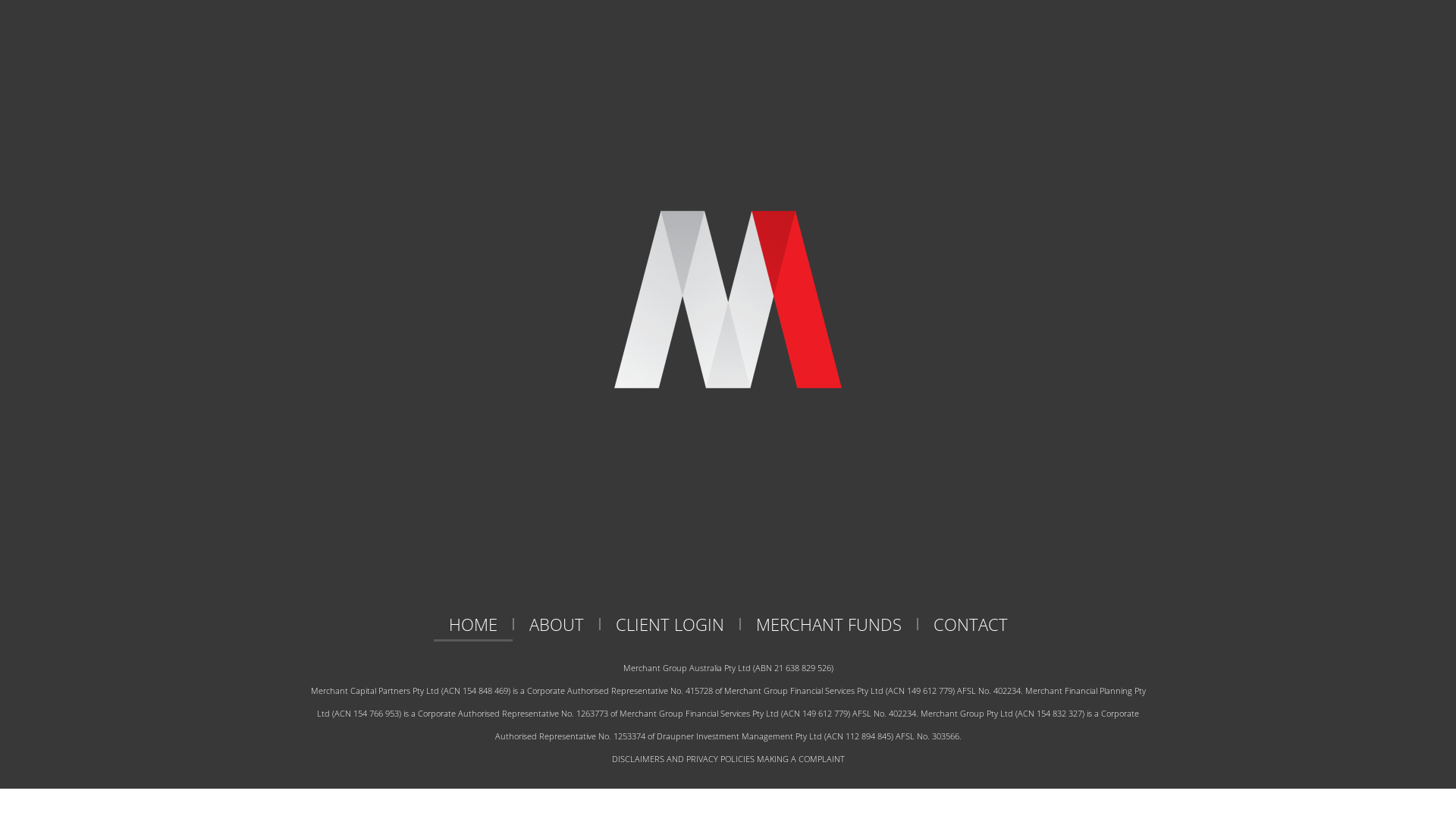 This screenshot has width=1456, height=819. What do you see at coordinates (827, 623) in the screenshot?
I see `'MERCHANT FUNDS'` at bounding box center [827, 623].